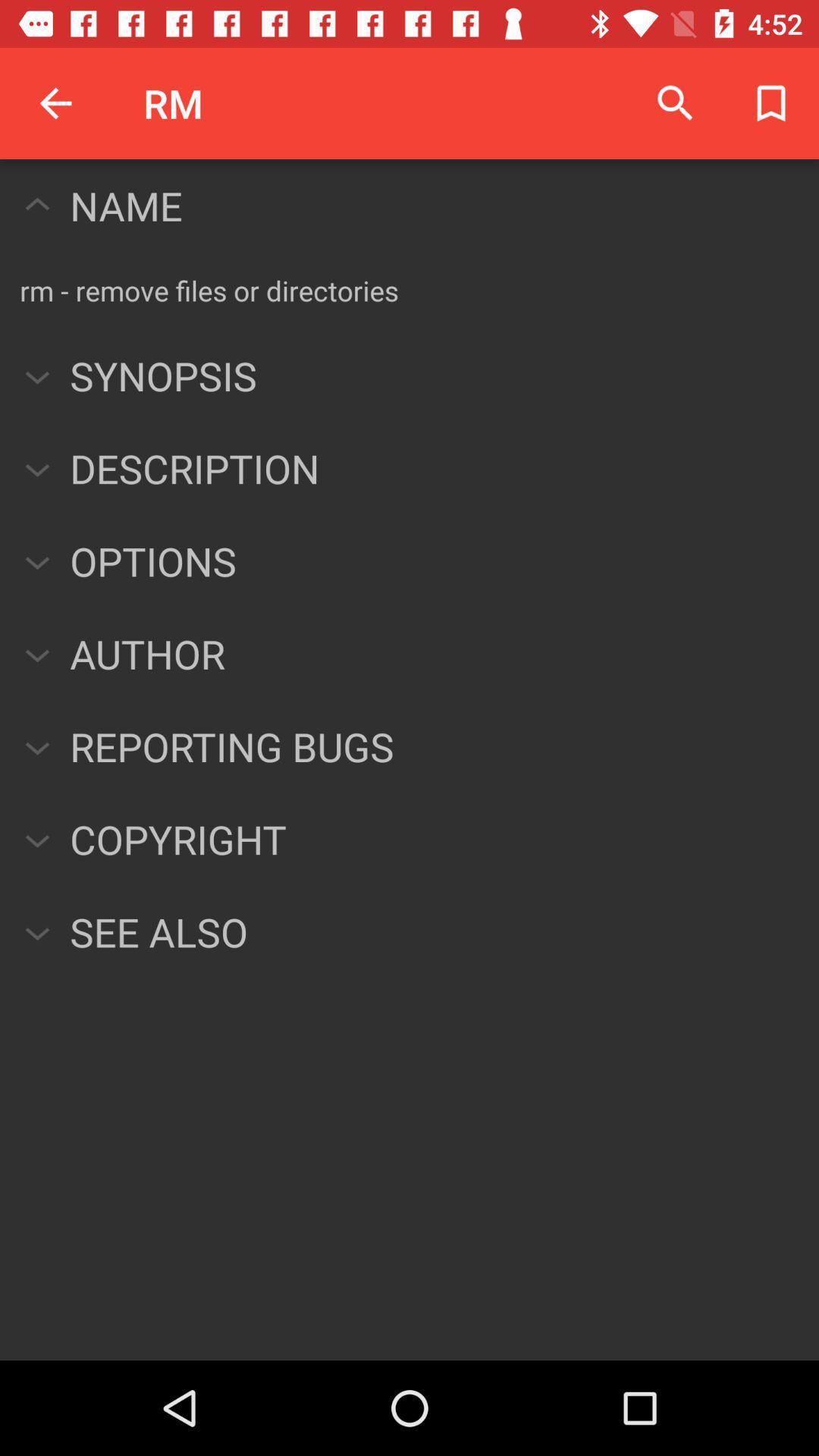  Describe the element at coordinates (209, 290) in the screenshot. I see `the rm remove files icon` at that location.